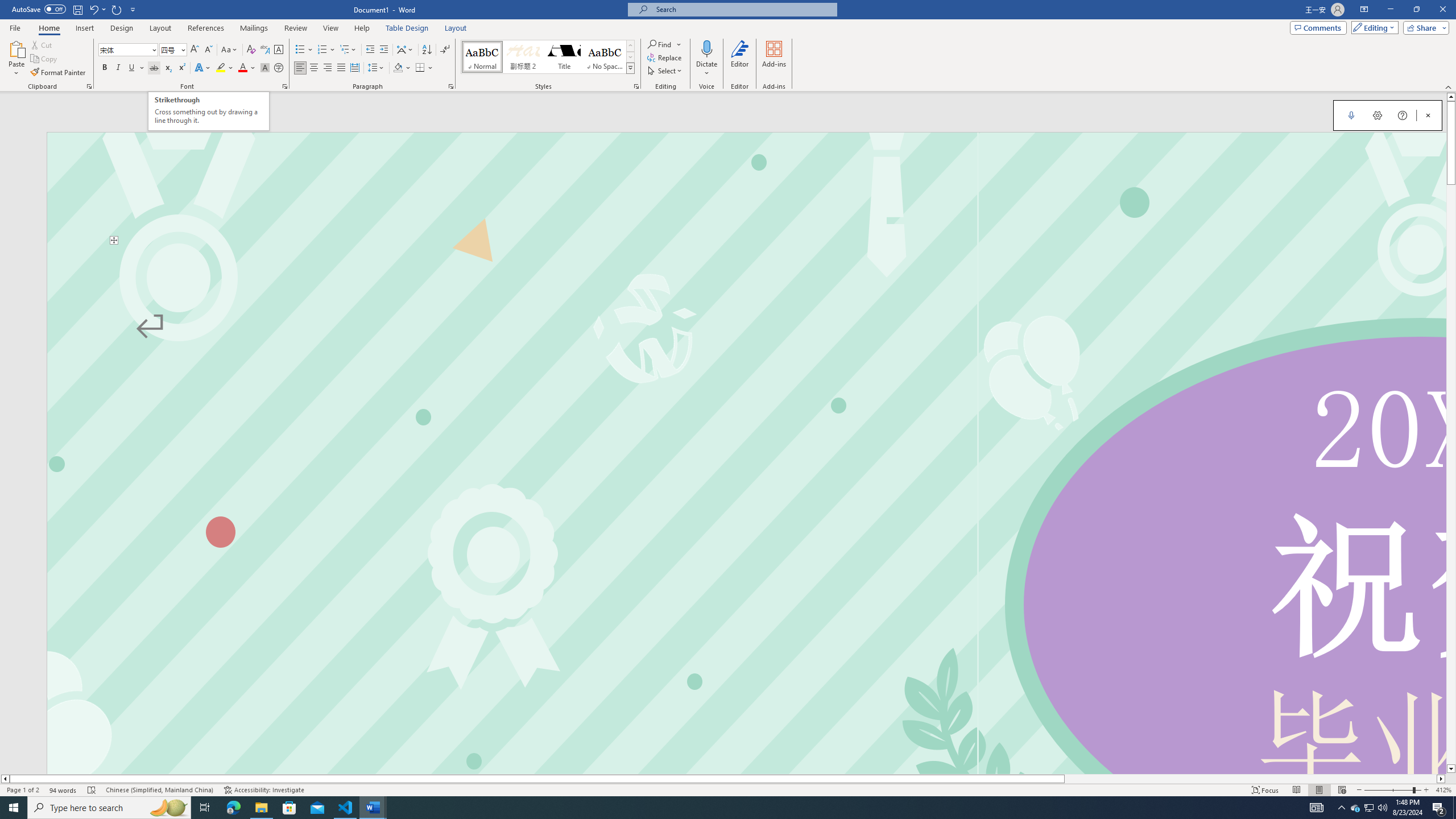  I want to click on 'Dictation Settings', so click(1377, 115).